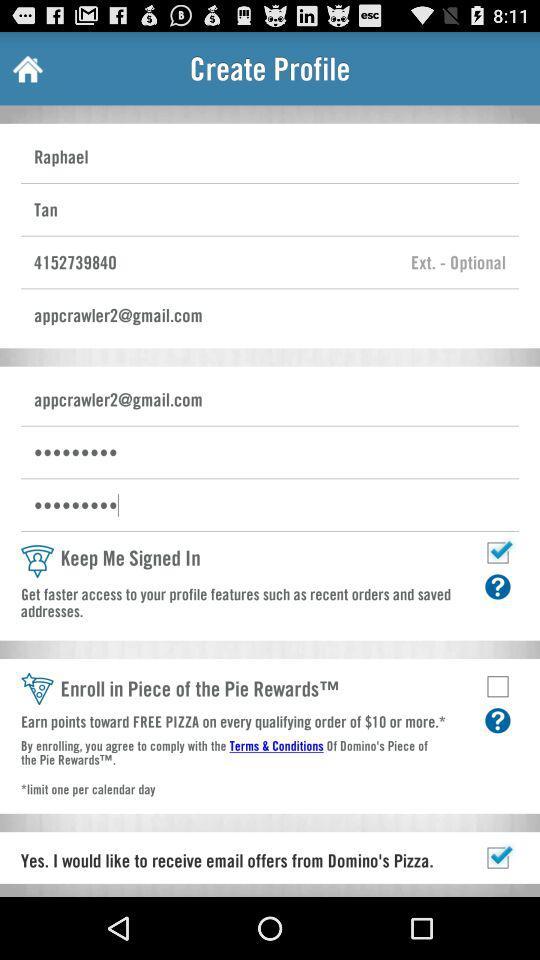 The width and height of the screenshot is (540, 960). I want to click on see more information, so click(496, 720).